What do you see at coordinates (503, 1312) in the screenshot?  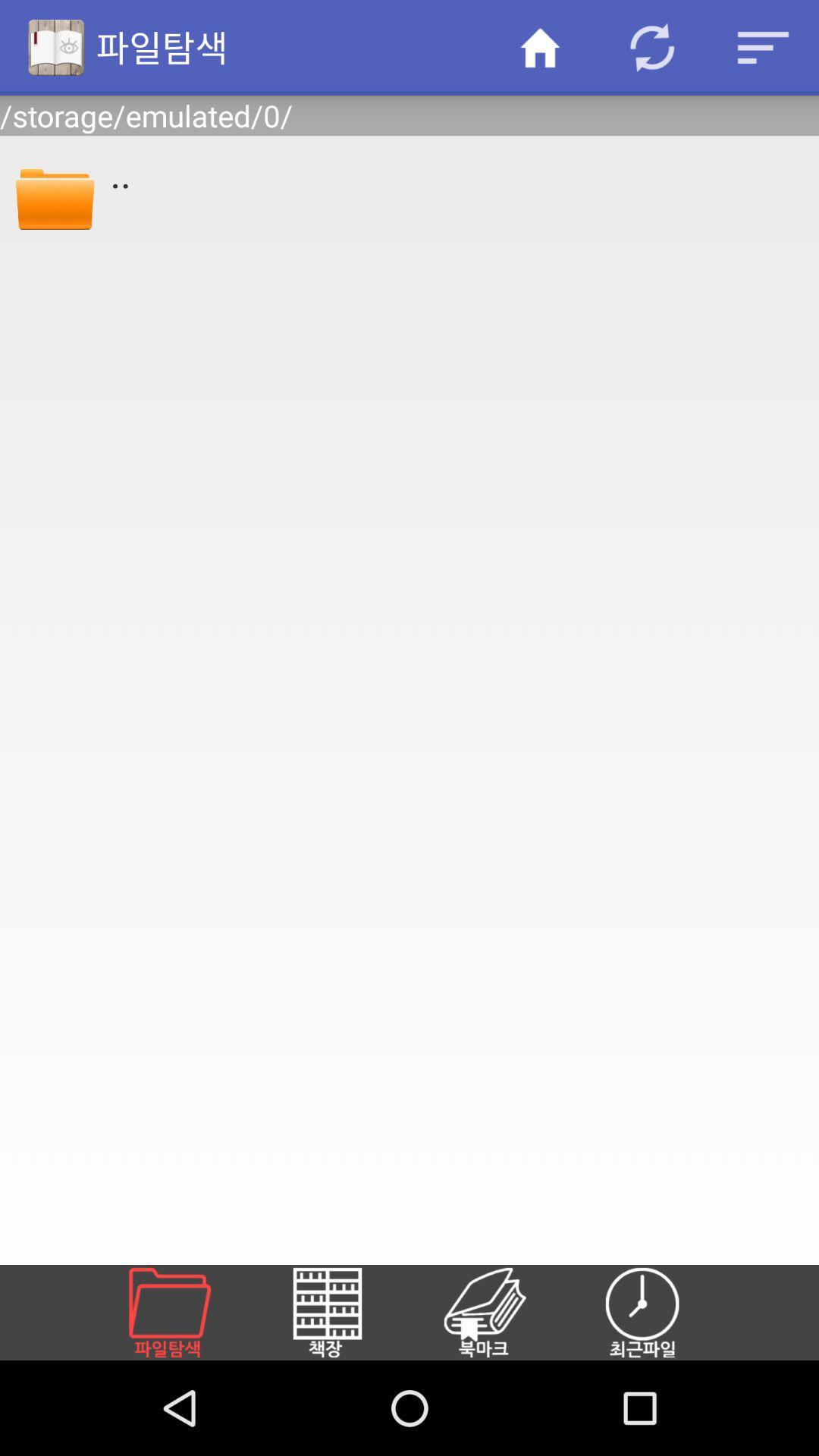 I see `bookmarks` at bounding box center [503, 1312].